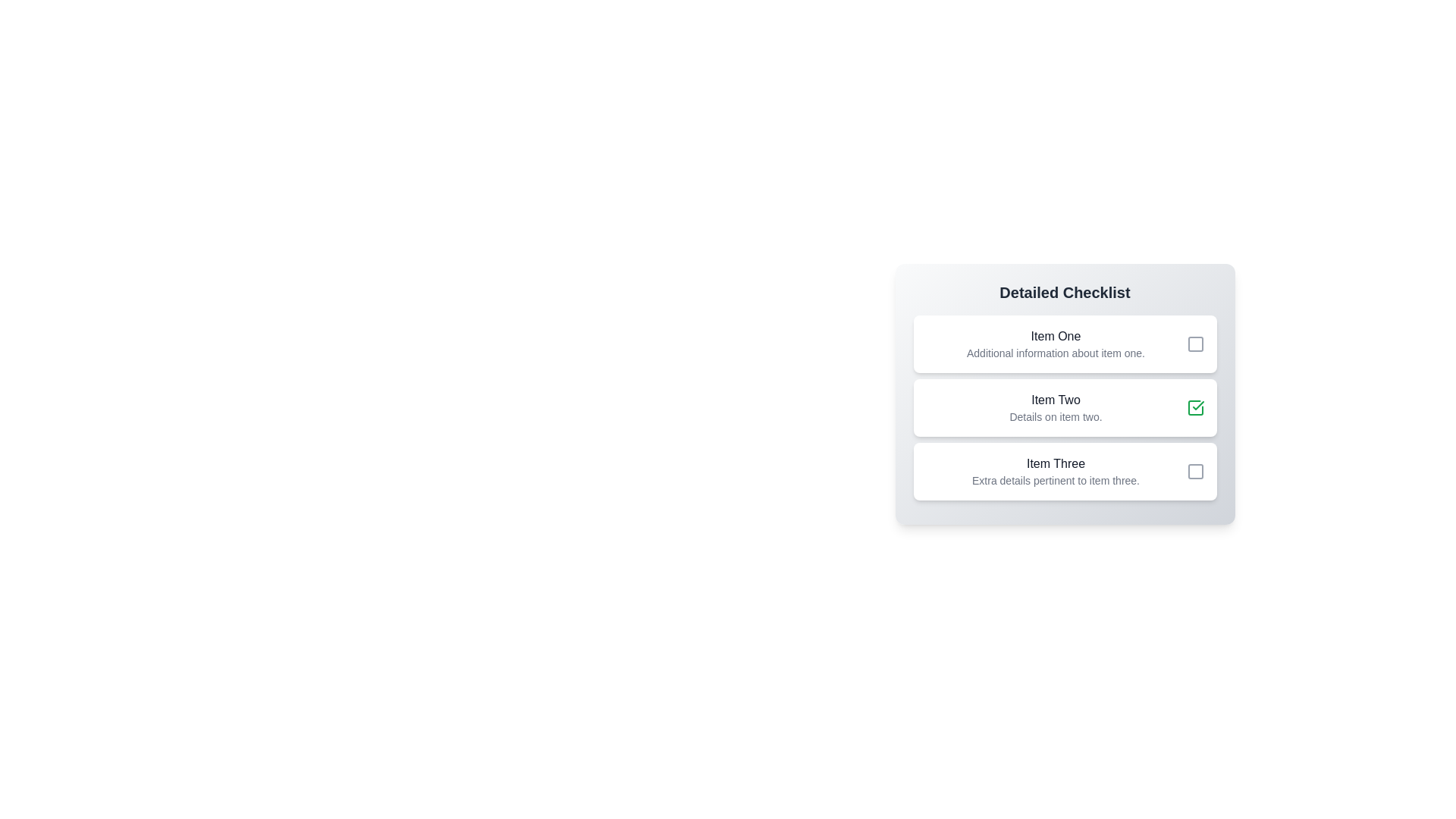  I want to click on the checklist item labeled 'Item Two' to mark it as done, so click(1064, 406).